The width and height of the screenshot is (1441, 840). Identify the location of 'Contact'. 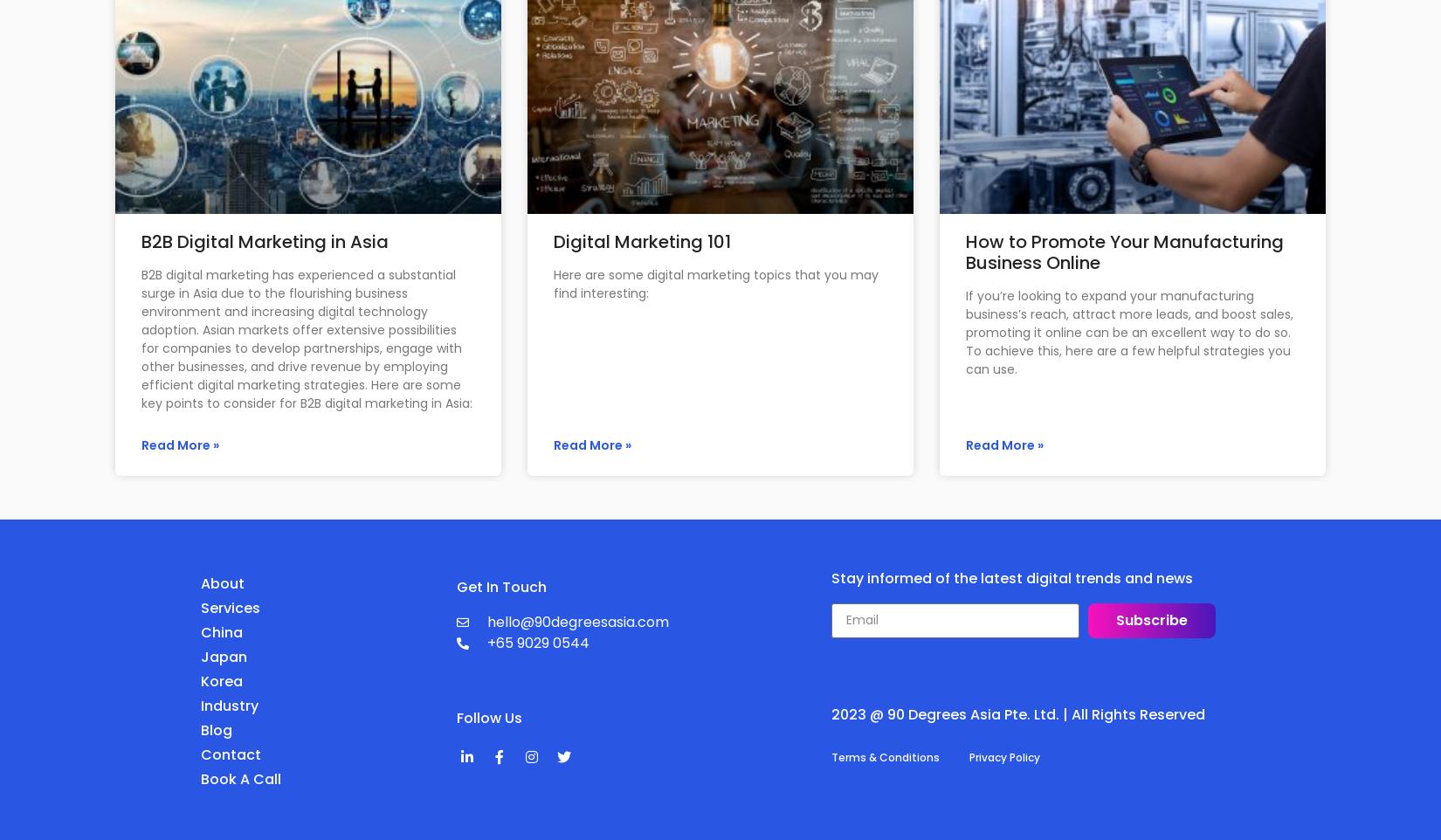
(231, 754).